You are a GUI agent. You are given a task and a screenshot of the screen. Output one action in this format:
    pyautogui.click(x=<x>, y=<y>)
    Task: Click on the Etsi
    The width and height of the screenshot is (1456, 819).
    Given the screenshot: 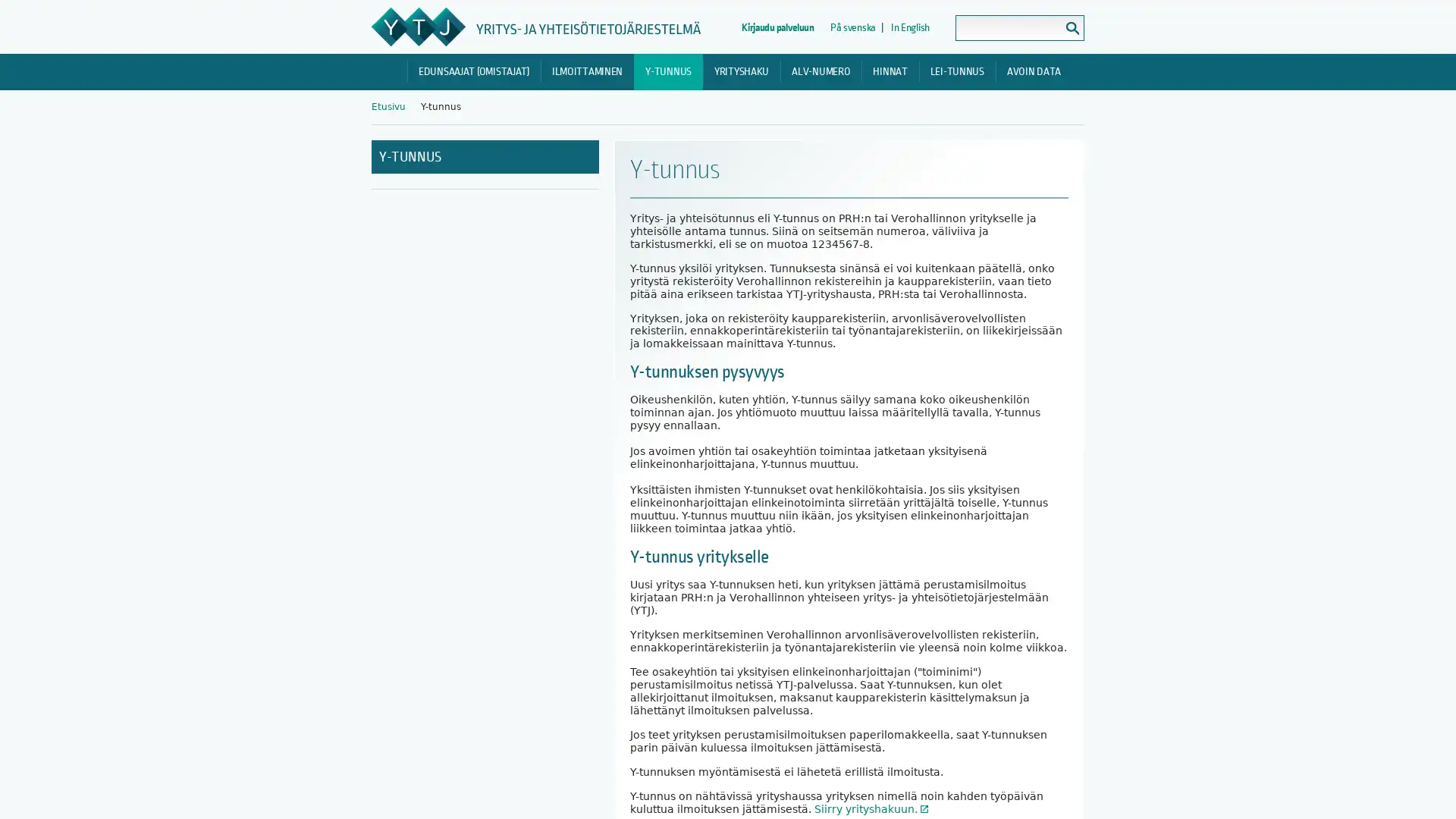 What is the action you would take?
    pyautogui.click(x=1072, y=28)
    